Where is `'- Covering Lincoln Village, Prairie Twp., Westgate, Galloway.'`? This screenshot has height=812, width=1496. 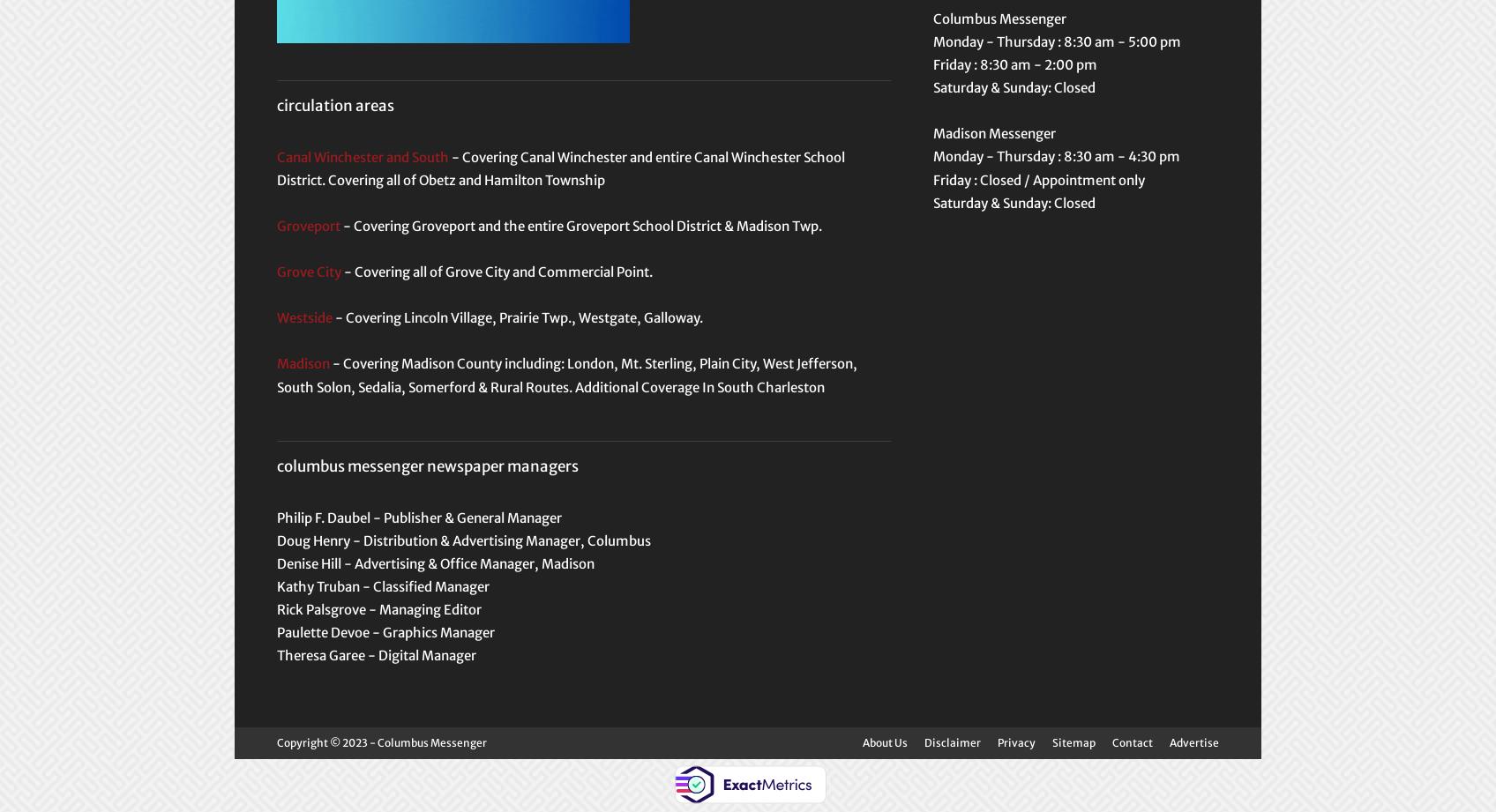
'- Covering Lincoln Village, Prairie Twp., Westgate, Galloway.' is located at coordinates (332, 317).